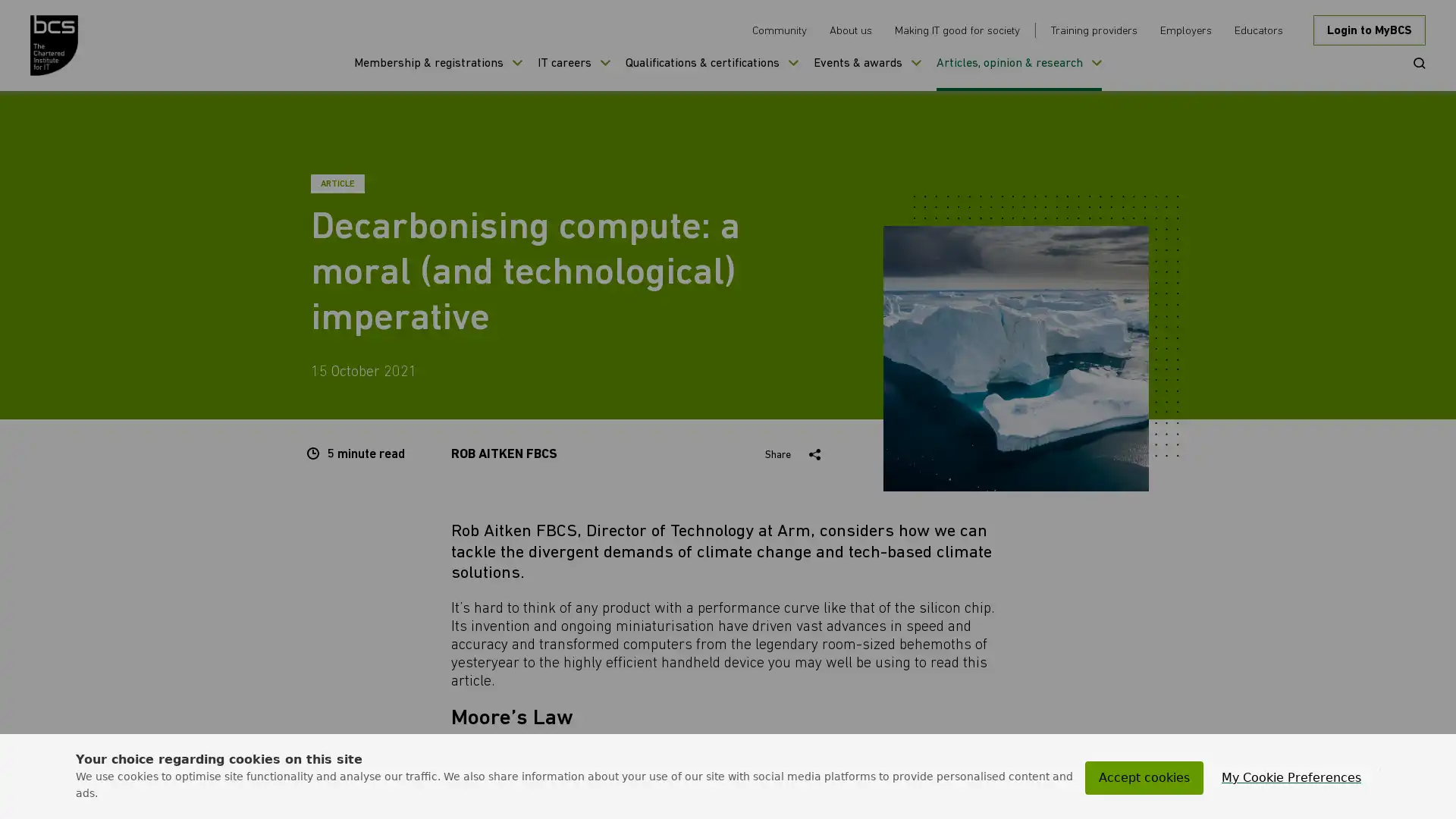  What do you see at coordinates (1379, 769) in the screenshot?
I see `Close Cookie Control` at bounding box center [1379, 769].